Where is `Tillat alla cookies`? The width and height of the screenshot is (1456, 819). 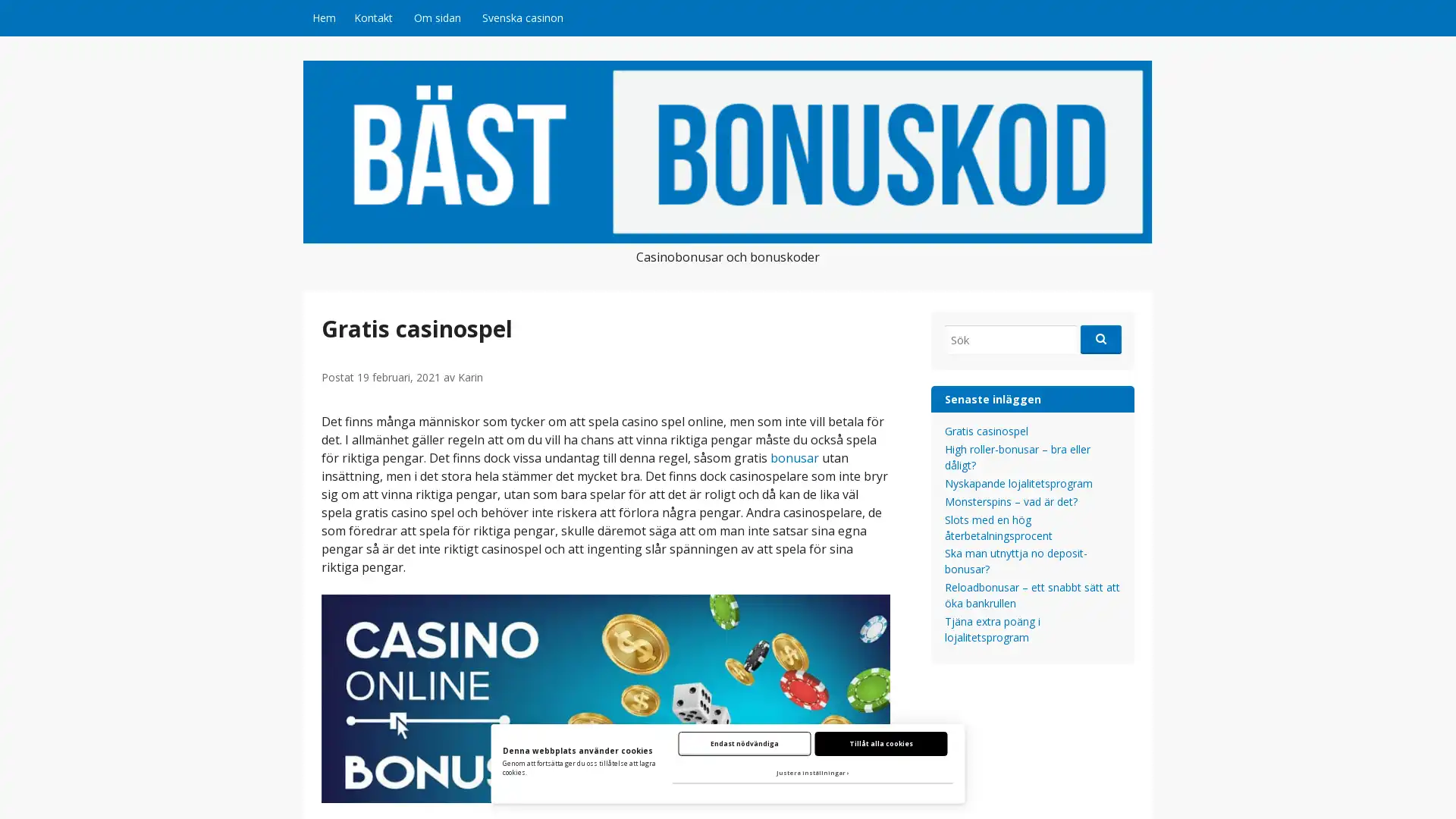
Tillat alla cookies is located at coordinates (880, 742).